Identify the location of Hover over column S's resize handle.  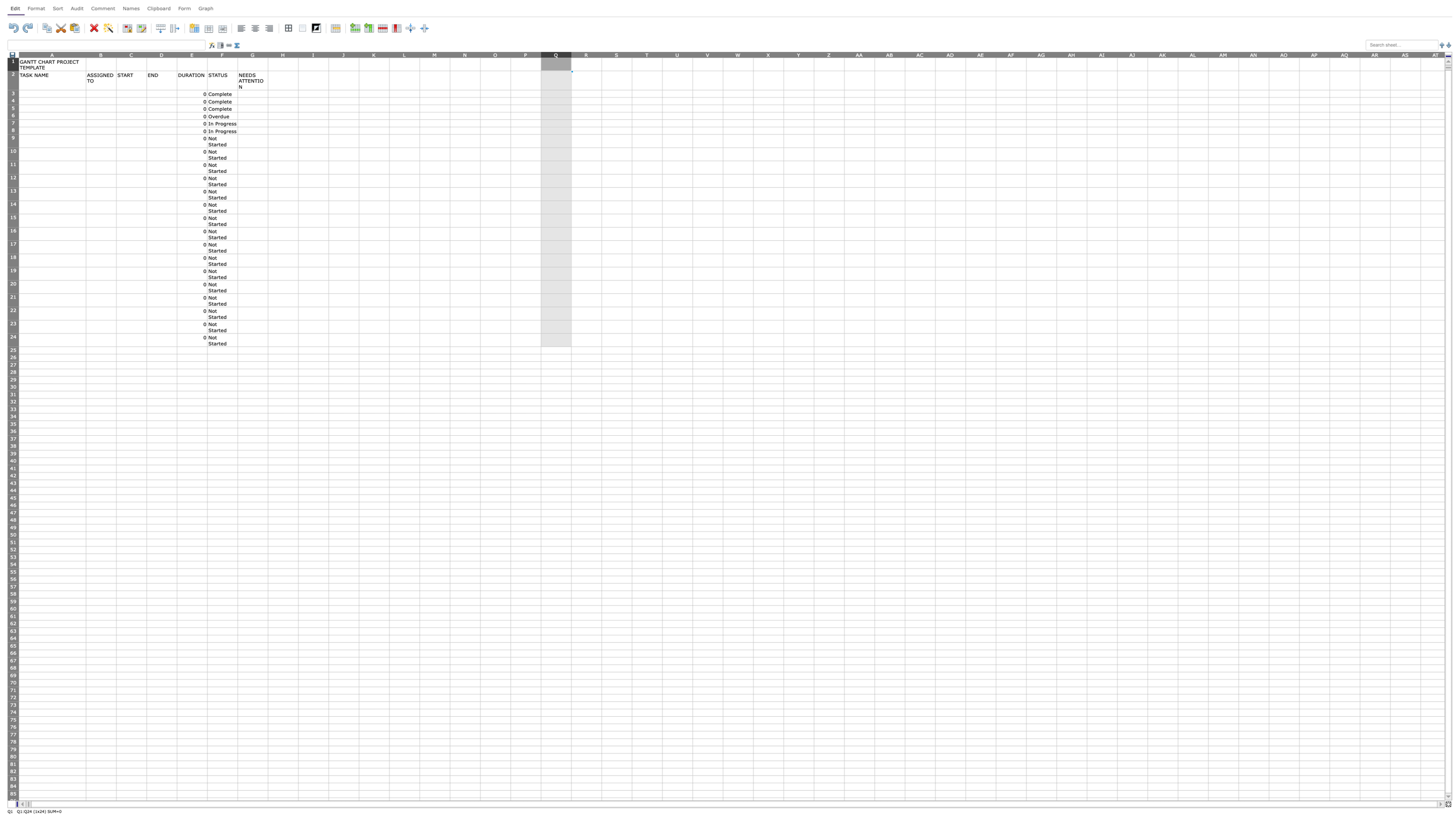
(632, 54).